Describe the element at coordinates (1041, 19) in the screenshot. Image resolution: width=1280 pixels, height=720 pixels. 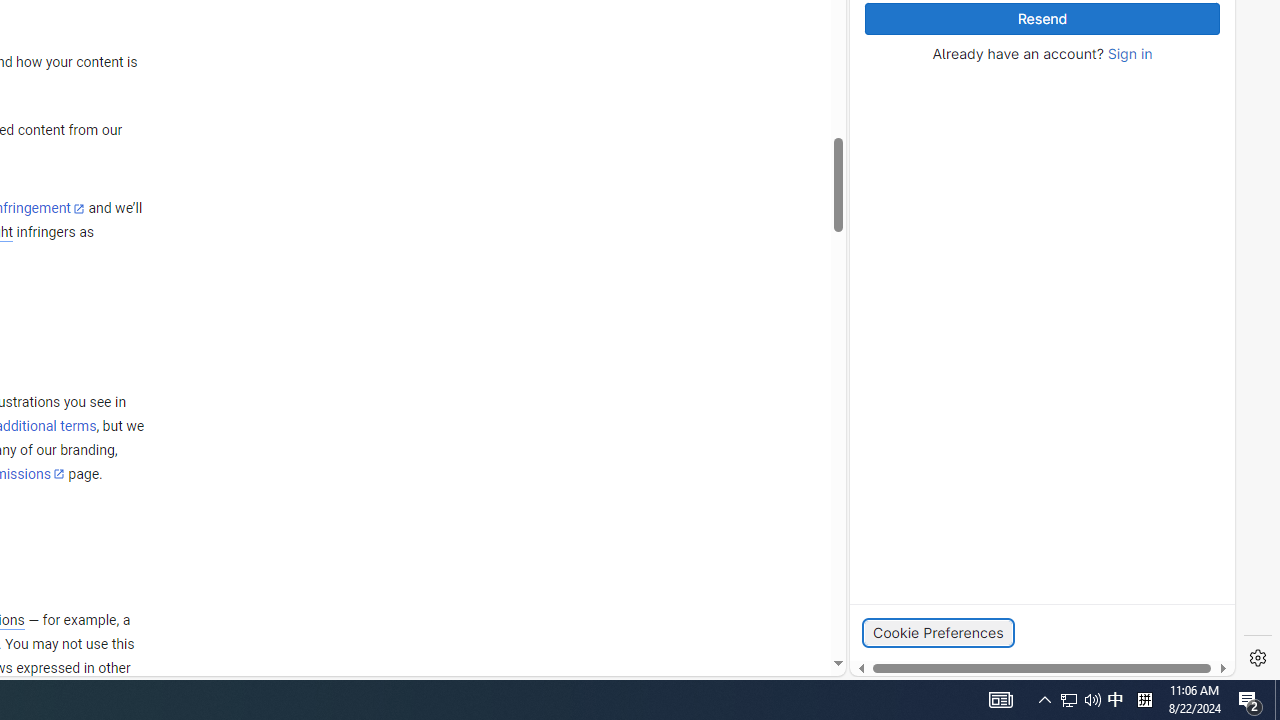
I see `'Resend'` at that location.